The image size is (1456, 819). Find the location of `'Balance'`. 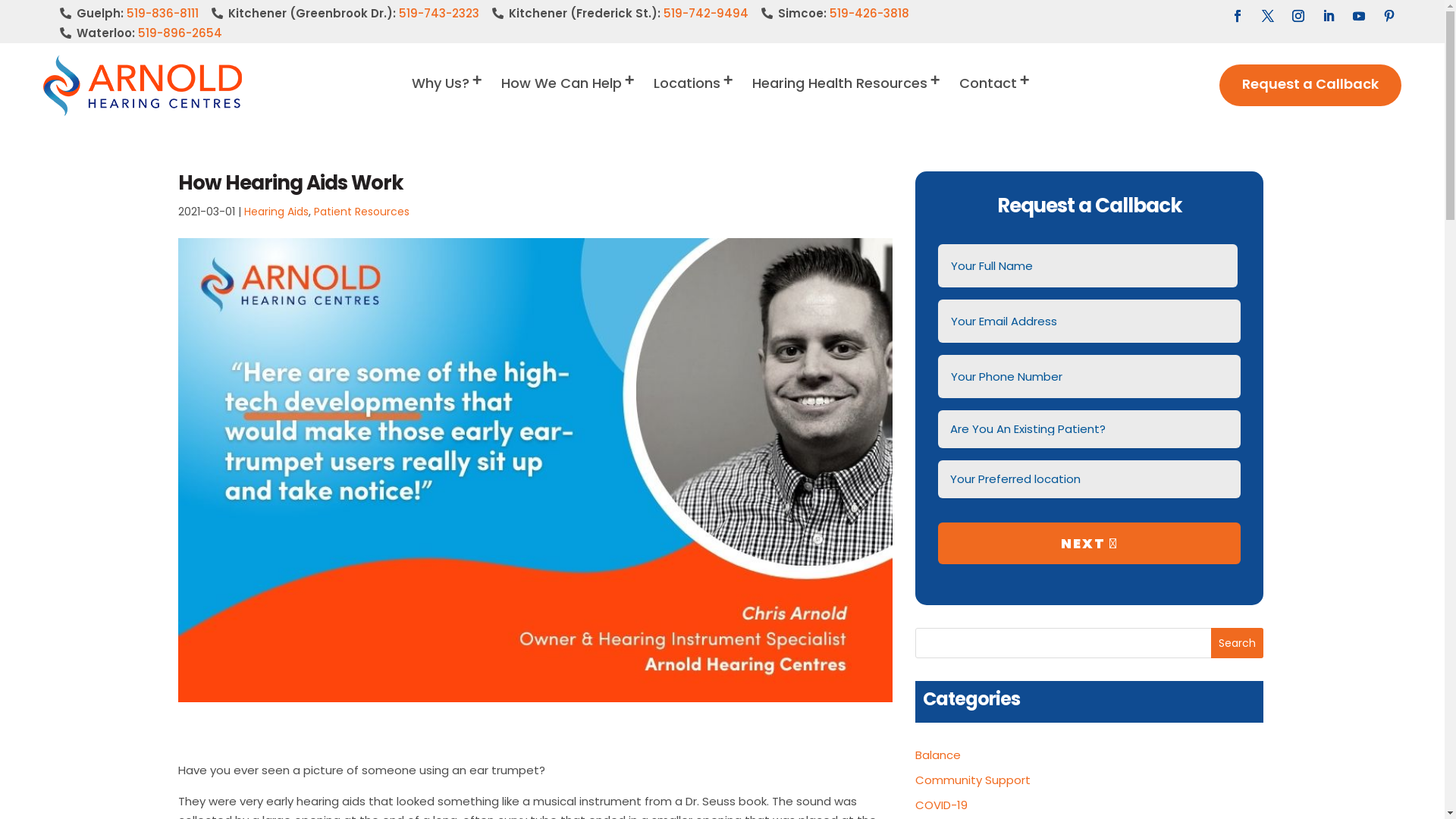

'Balance' is located at coordinates (914, 755).